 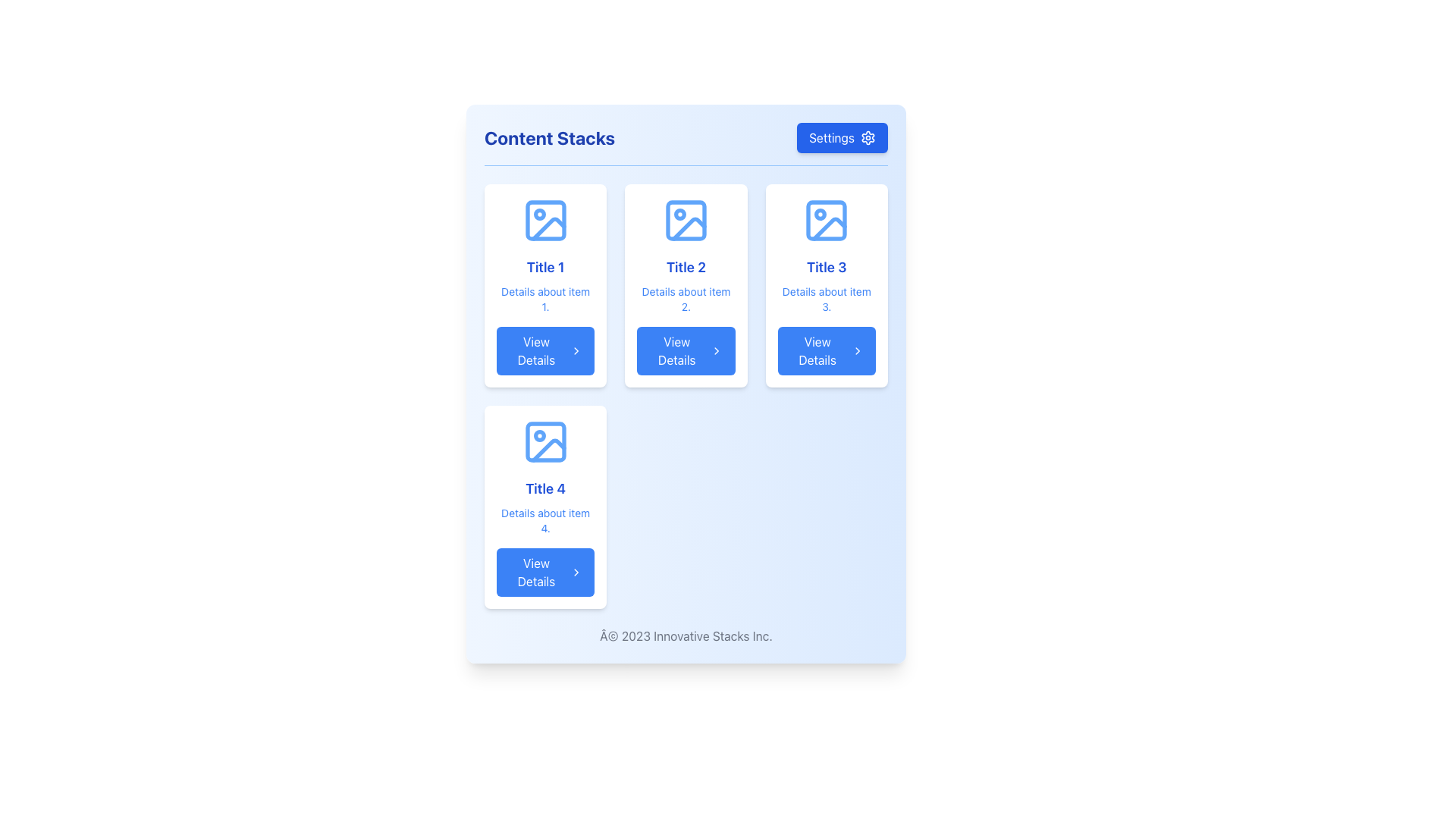 What do you see at coordinates (545, 441) in the screenshot?
I see `the icon representing the 'Title 4' card, which is located at the top of the card and indicates a feature or category related to images` at bounding box center [545, 441].